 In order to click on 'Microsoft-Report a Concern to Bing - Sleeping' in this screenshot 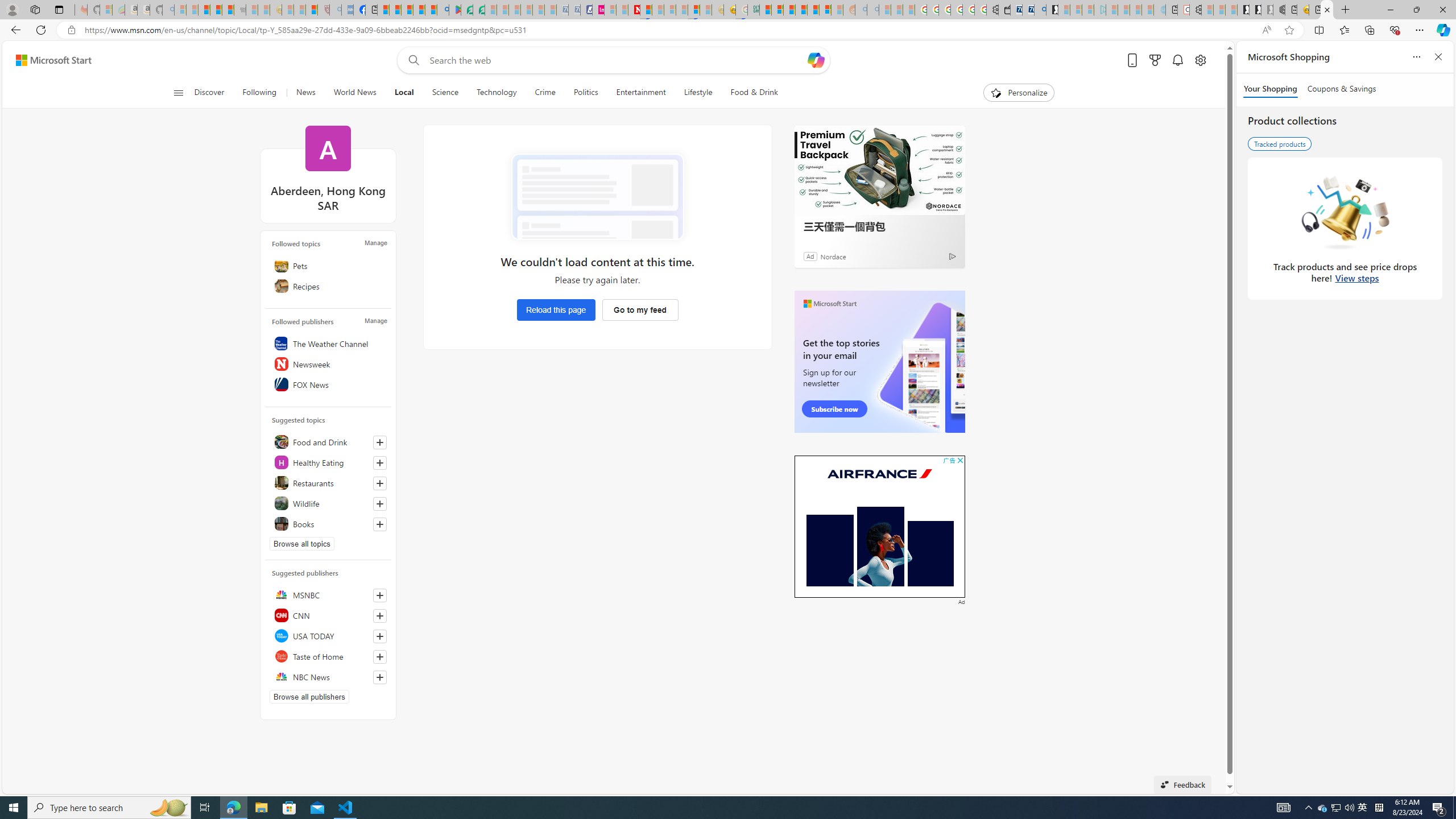, I will do `click(105, 9)`.